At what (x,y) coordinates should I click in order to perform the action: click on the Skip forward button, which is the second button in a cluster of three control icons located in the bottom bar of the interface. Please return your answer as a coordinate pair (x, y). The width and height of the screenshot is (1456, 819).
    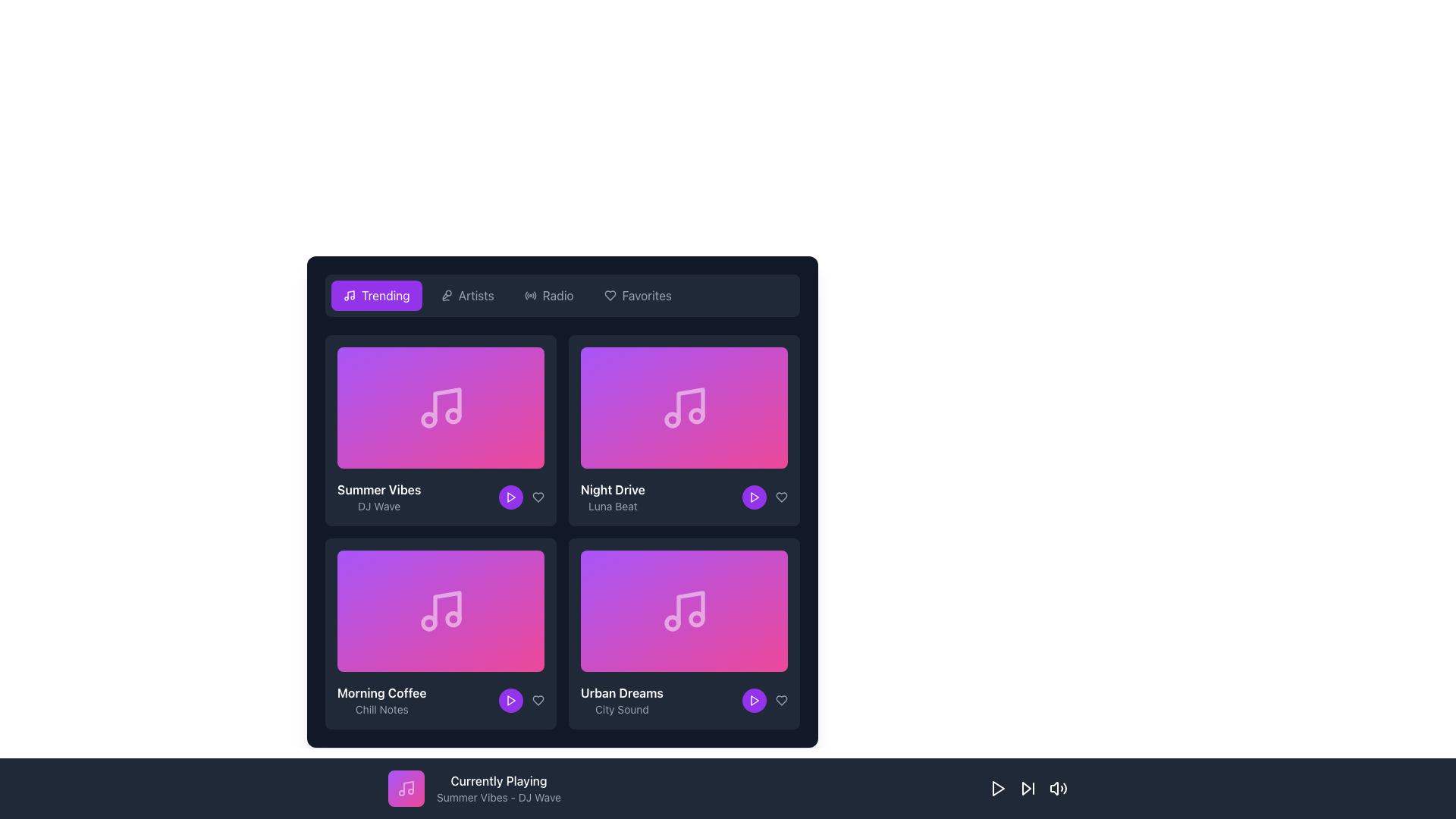
    Looking at the image, I should click on (1028, 788).